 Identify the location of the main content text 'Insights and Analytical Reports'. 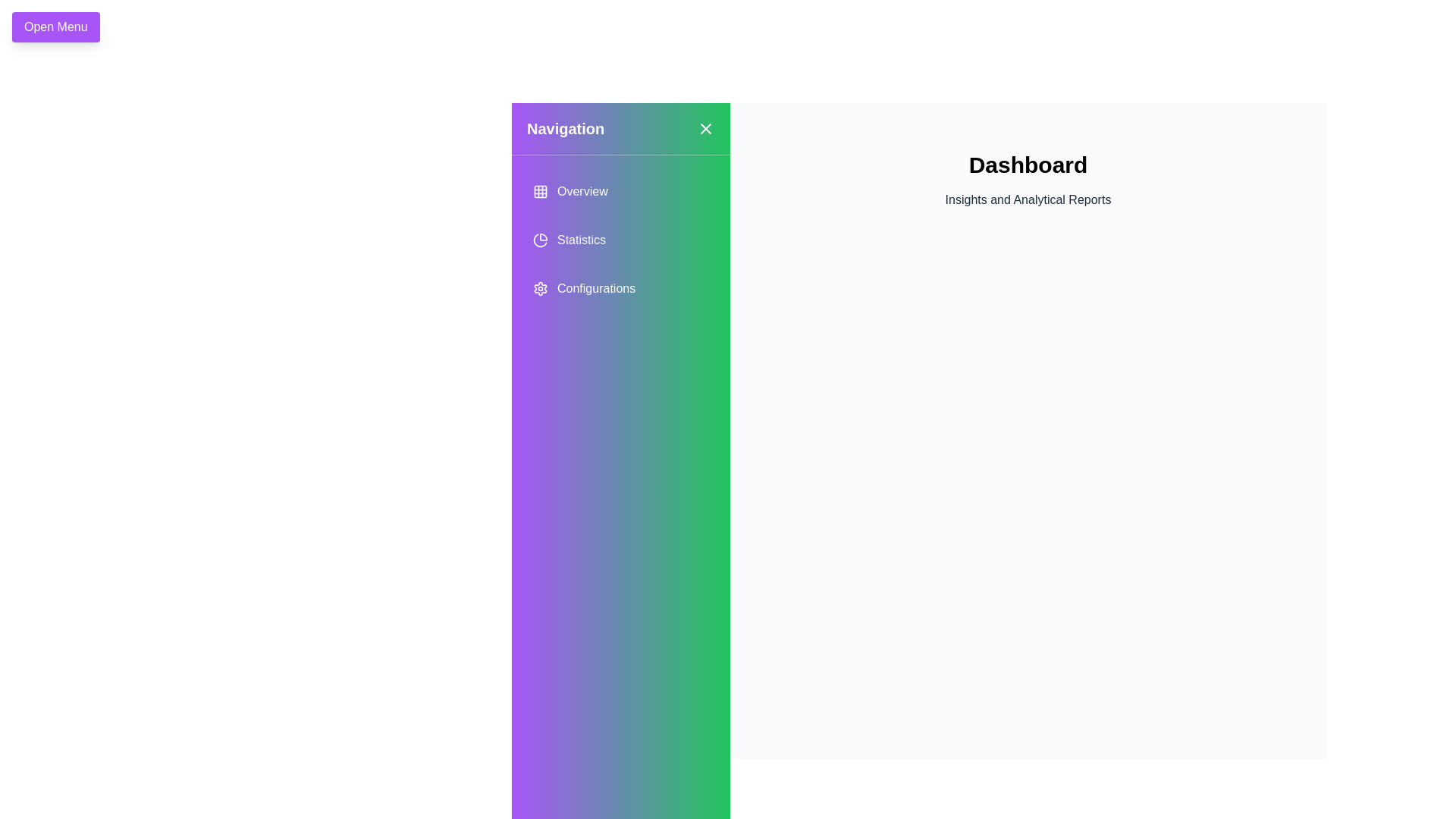
(1028, 199).